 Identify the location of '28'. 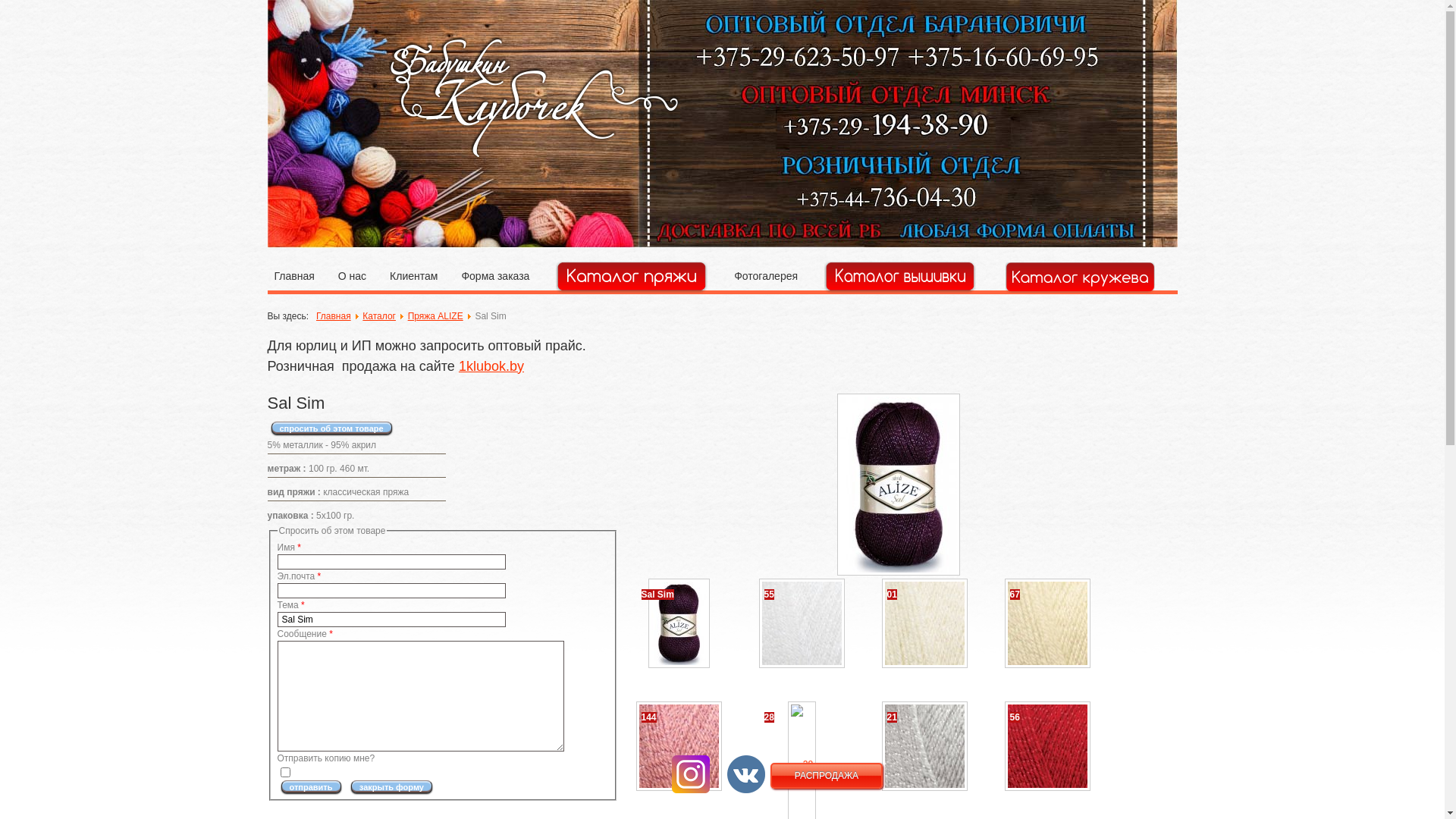
(787, 763).